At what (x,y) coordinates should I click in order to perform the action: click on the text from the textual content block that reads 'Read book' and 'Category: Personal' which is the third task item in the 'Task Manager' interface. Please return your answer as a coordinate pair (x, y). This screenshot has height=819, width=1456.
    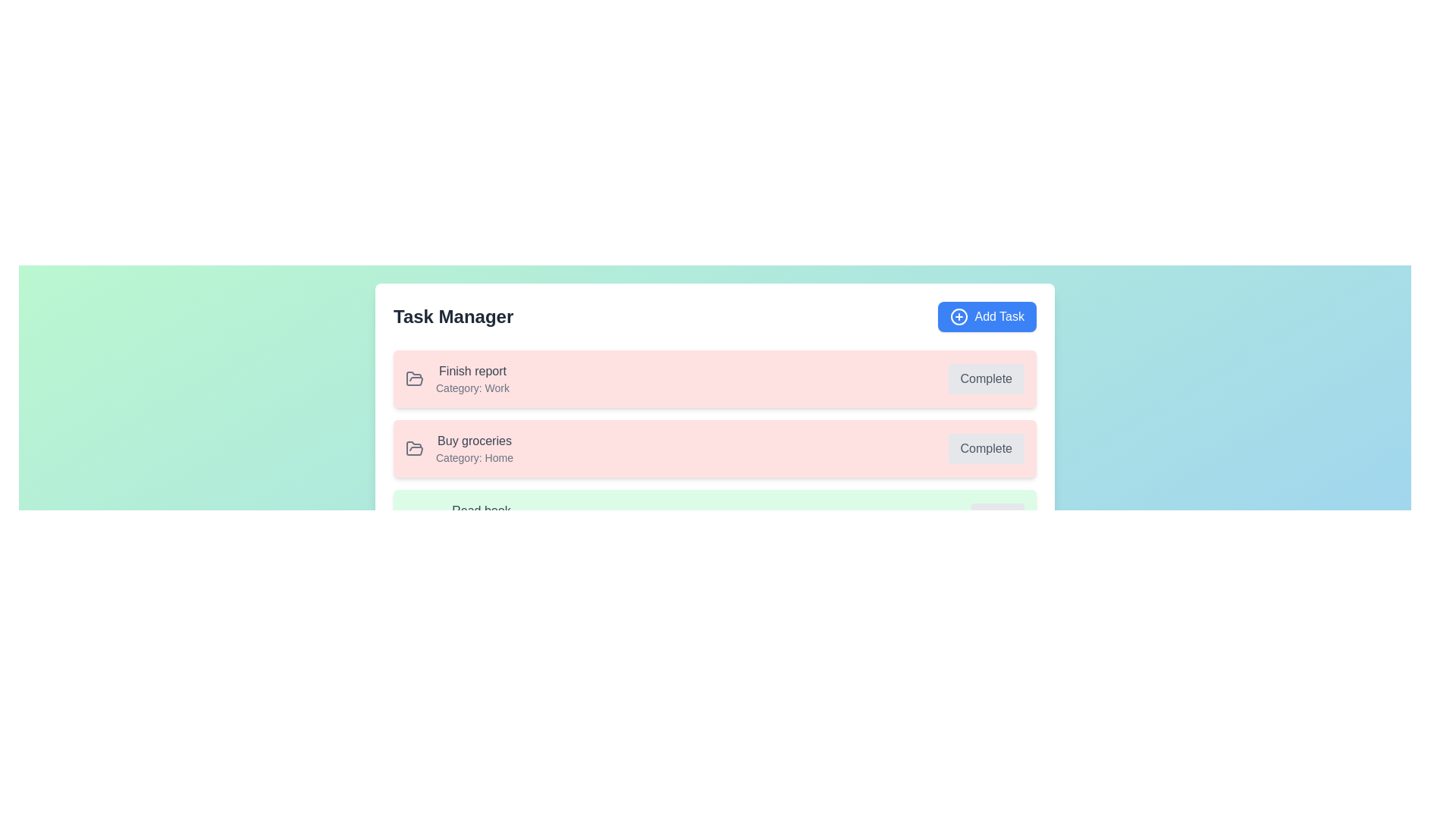
    Looking at the image, I should click on (480, 517).